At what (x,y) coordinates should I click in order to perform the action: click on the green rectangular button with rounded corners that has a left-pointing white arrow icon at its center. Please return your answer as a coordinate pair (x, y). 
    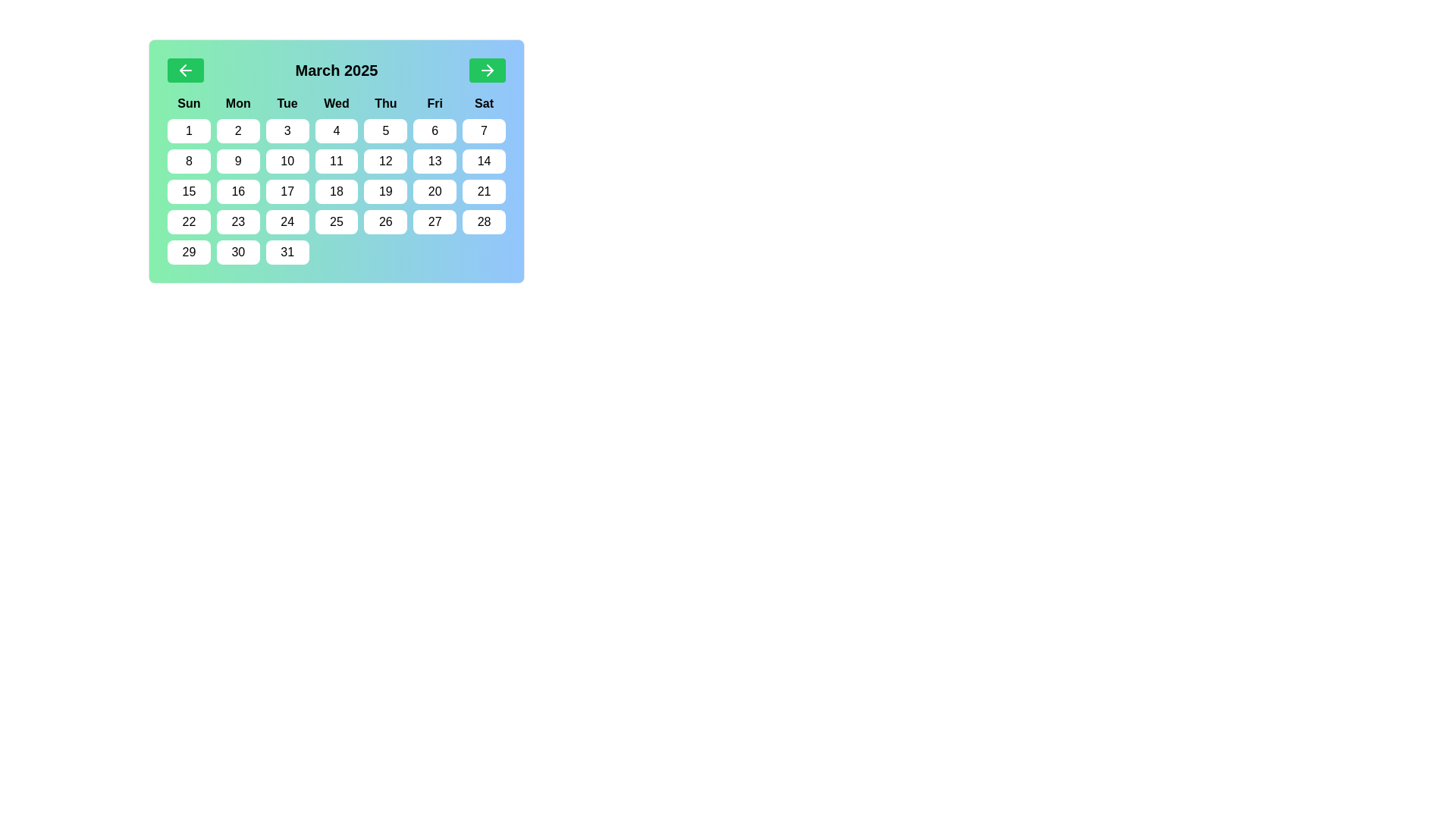
    Looking at the image, I should click on (184, 70).